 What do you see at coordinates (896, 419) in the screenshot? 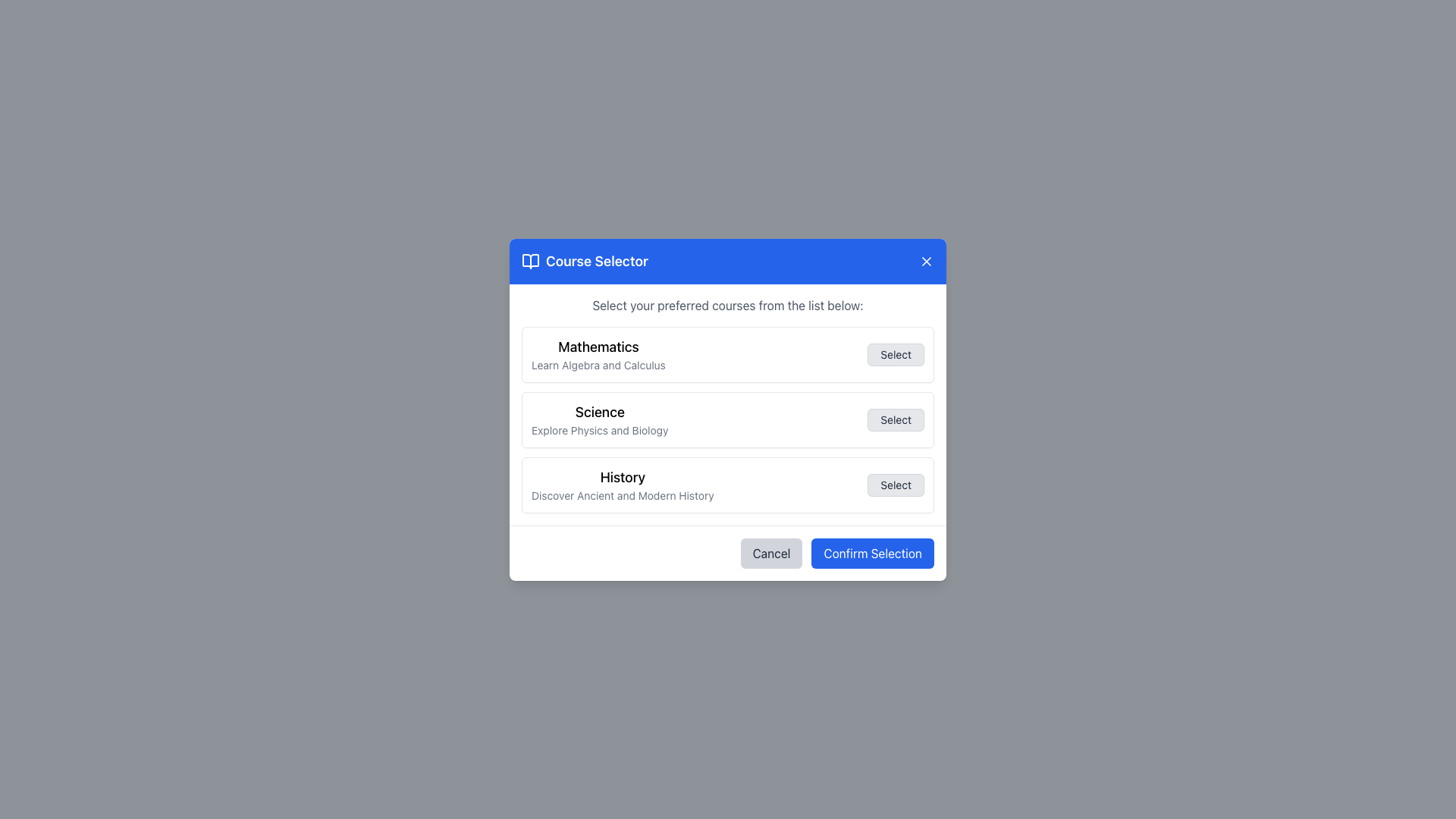
I see `the 'Select' button, which is a rectangular button with rounded corners, light gray background, and dark gray text, located to the right of the 'Science' row` at bounding box center [896, 419].